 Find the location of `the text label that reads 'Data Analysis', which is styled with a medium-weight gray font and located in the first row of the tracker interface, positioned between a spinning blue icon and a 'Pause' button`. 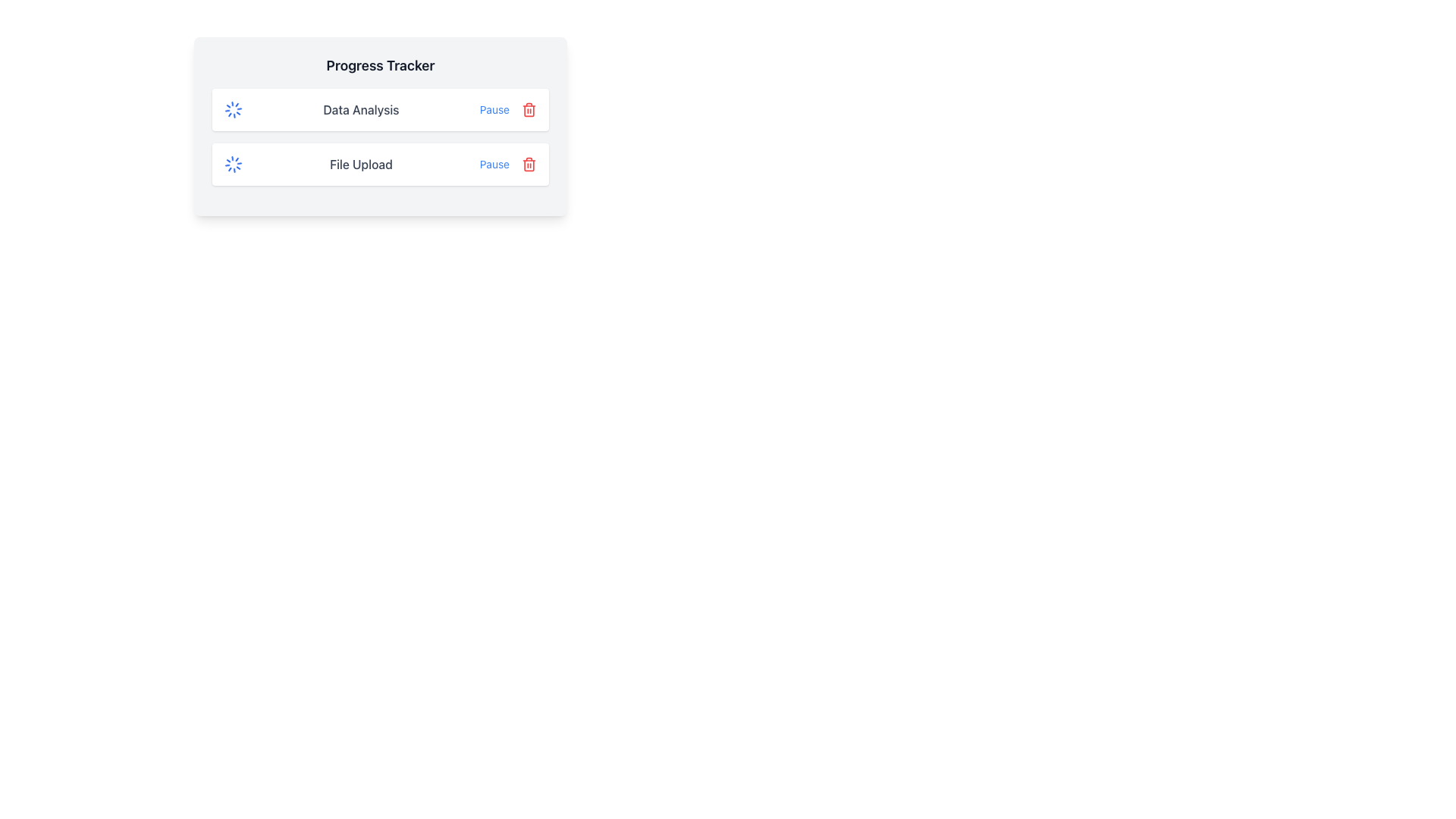

the text label that reads 'Data Analysis', which is styled with a medium-weight gray font and located in the first row of the tracker interface, positioned between a spinning blue icon and a 'Pause' button is located at coordinates (360, 109).